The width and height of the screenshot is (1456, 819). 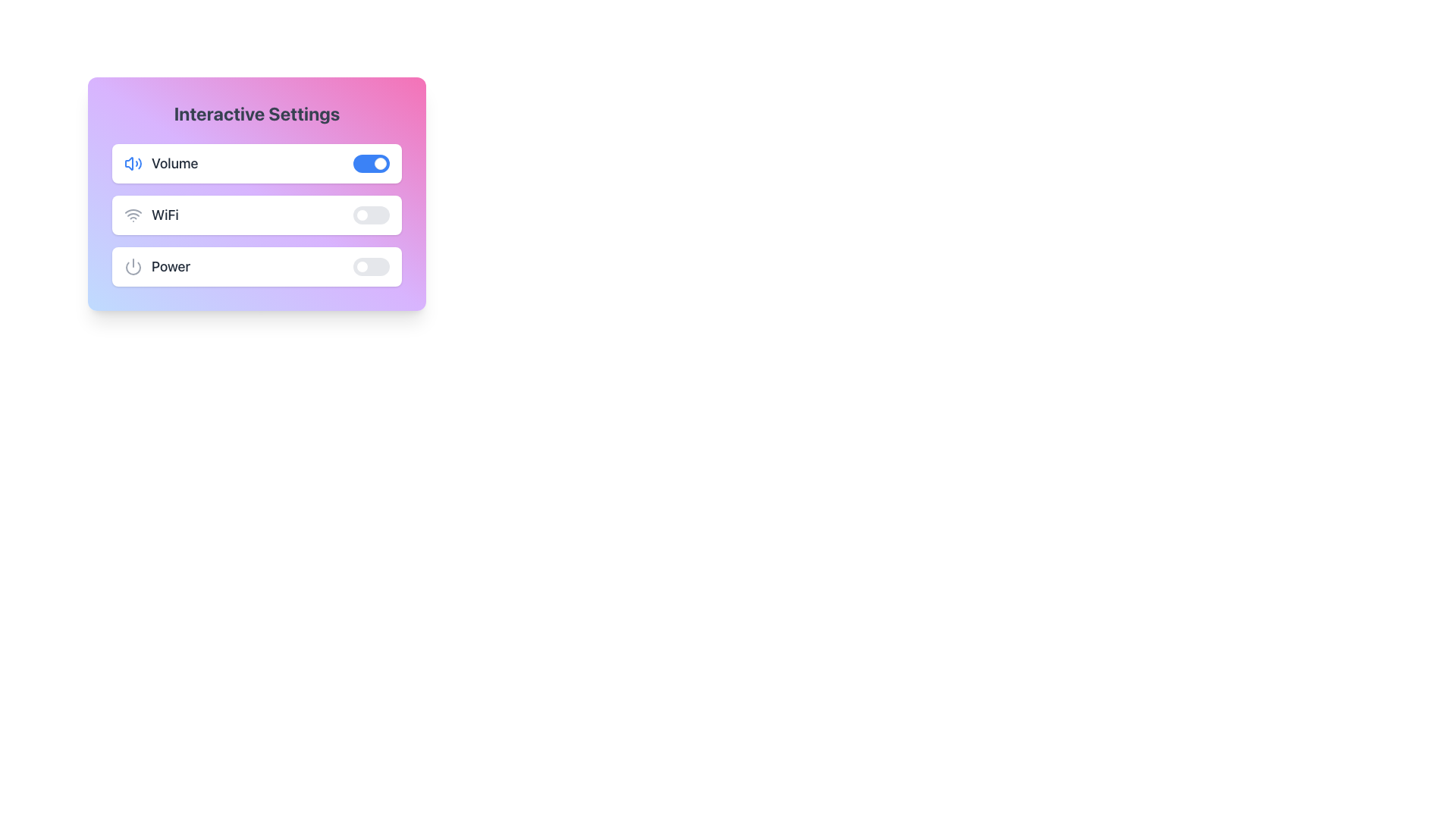 What do you see at coordinates (171, 265) in the screenshot?
I see `the 'Power' text label element, which is styled in a larger font size and bold dark gray color, located in the middle of a rectangular section adjacent to a power icon and a toggle switch` at bounding box center [171, 265].